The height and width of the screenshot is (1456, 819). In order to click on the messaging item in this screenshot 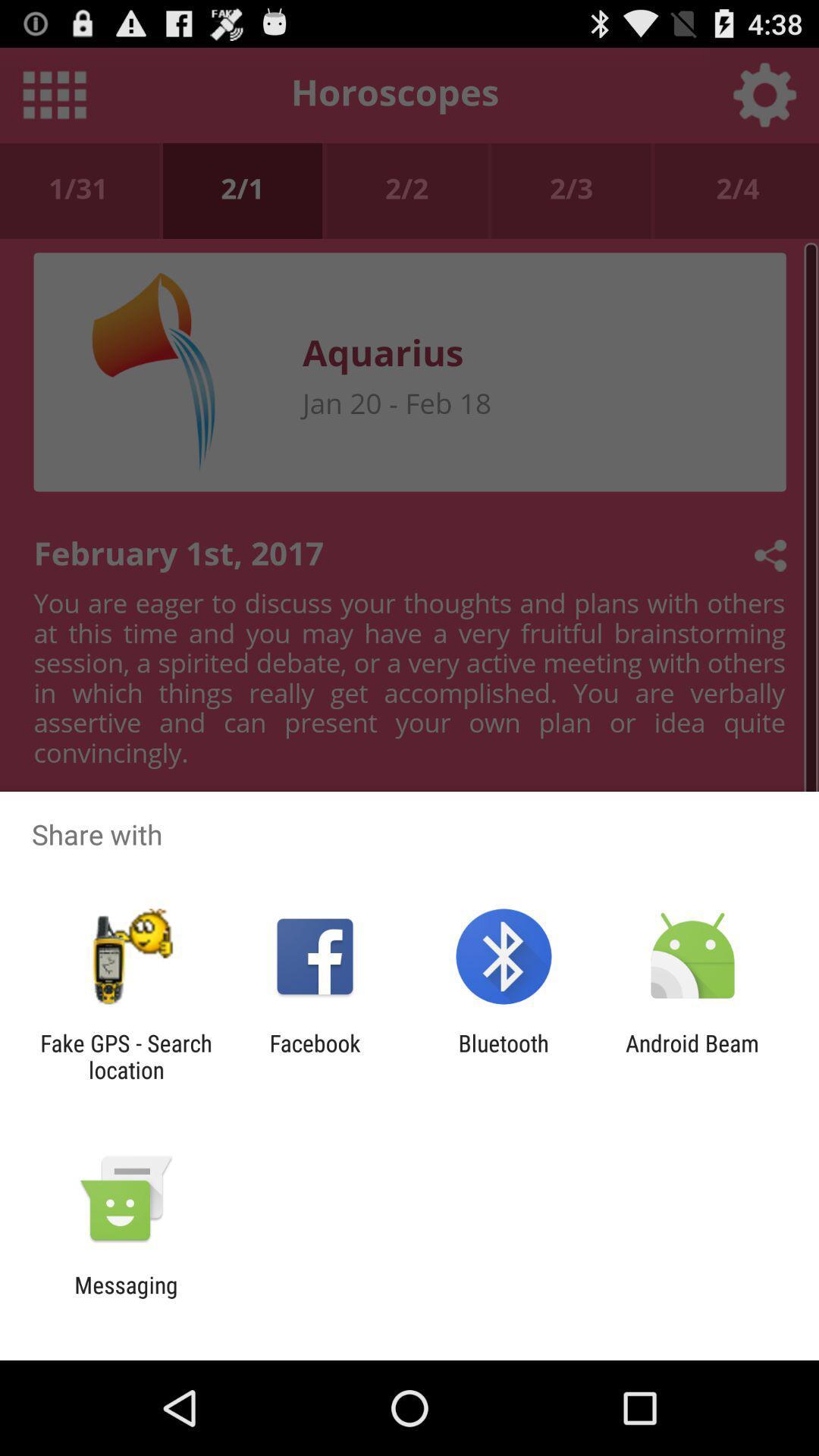, I will do `click(125, 1298)`.